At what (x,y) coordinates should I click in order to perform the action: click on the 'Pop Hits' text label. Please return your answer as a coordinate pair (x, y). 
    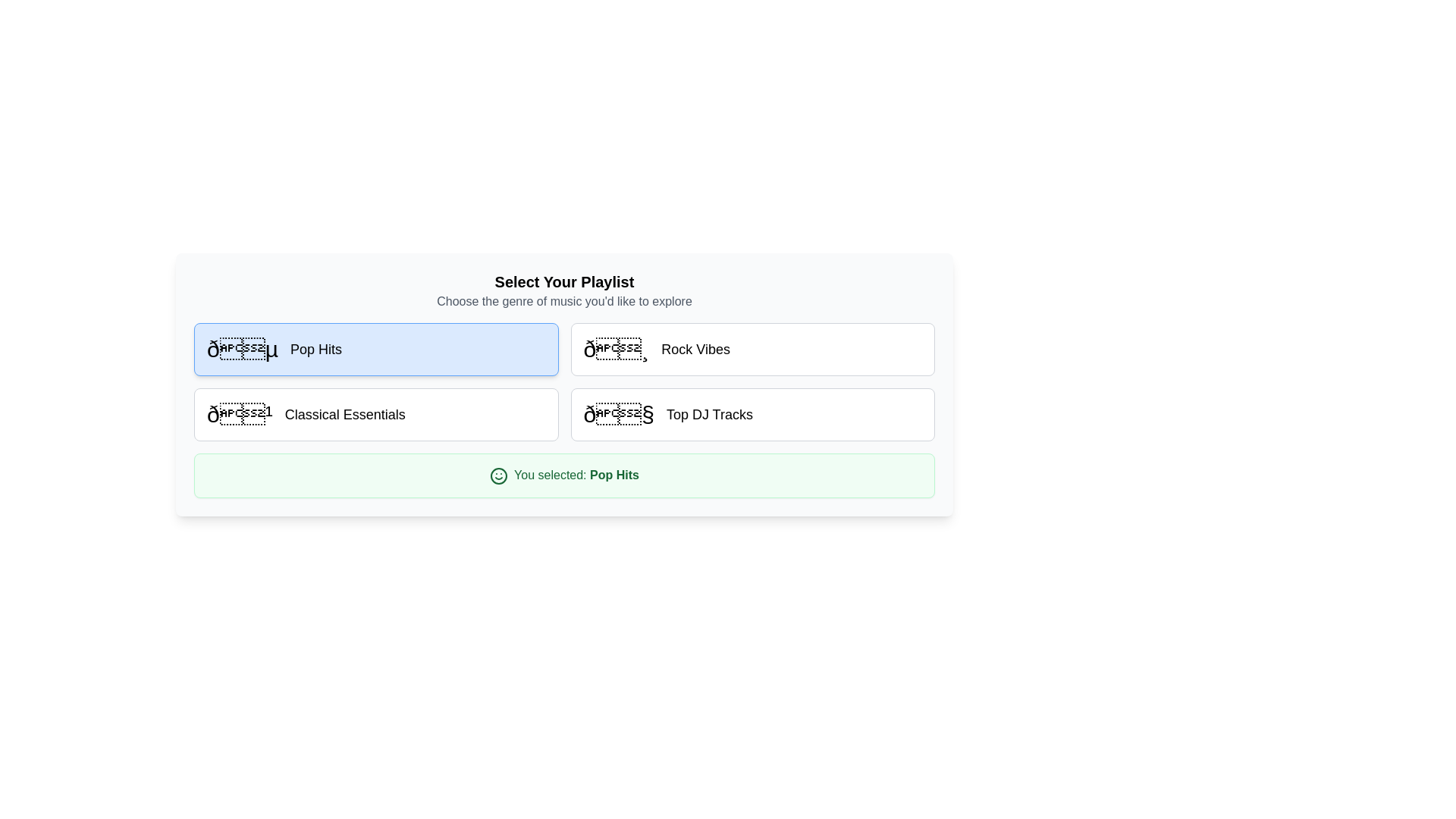
    Looking at the image, I should click on (315, 350).